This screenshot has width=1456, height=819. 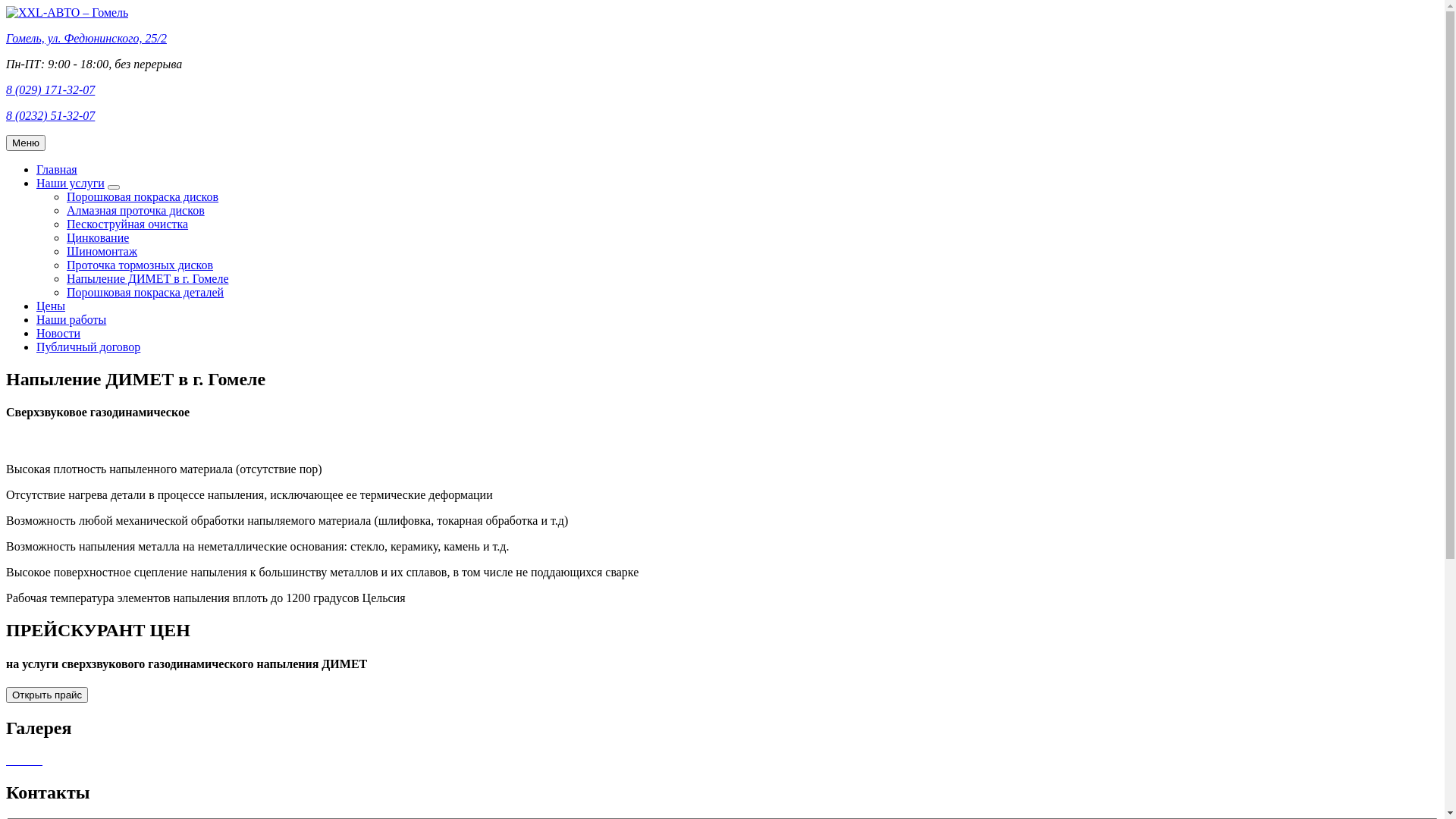 What do you see at coordinates (50, 89) in the screenshot?
I see `'8 (029) 171-32-07'` at bounding box center [50, 89].